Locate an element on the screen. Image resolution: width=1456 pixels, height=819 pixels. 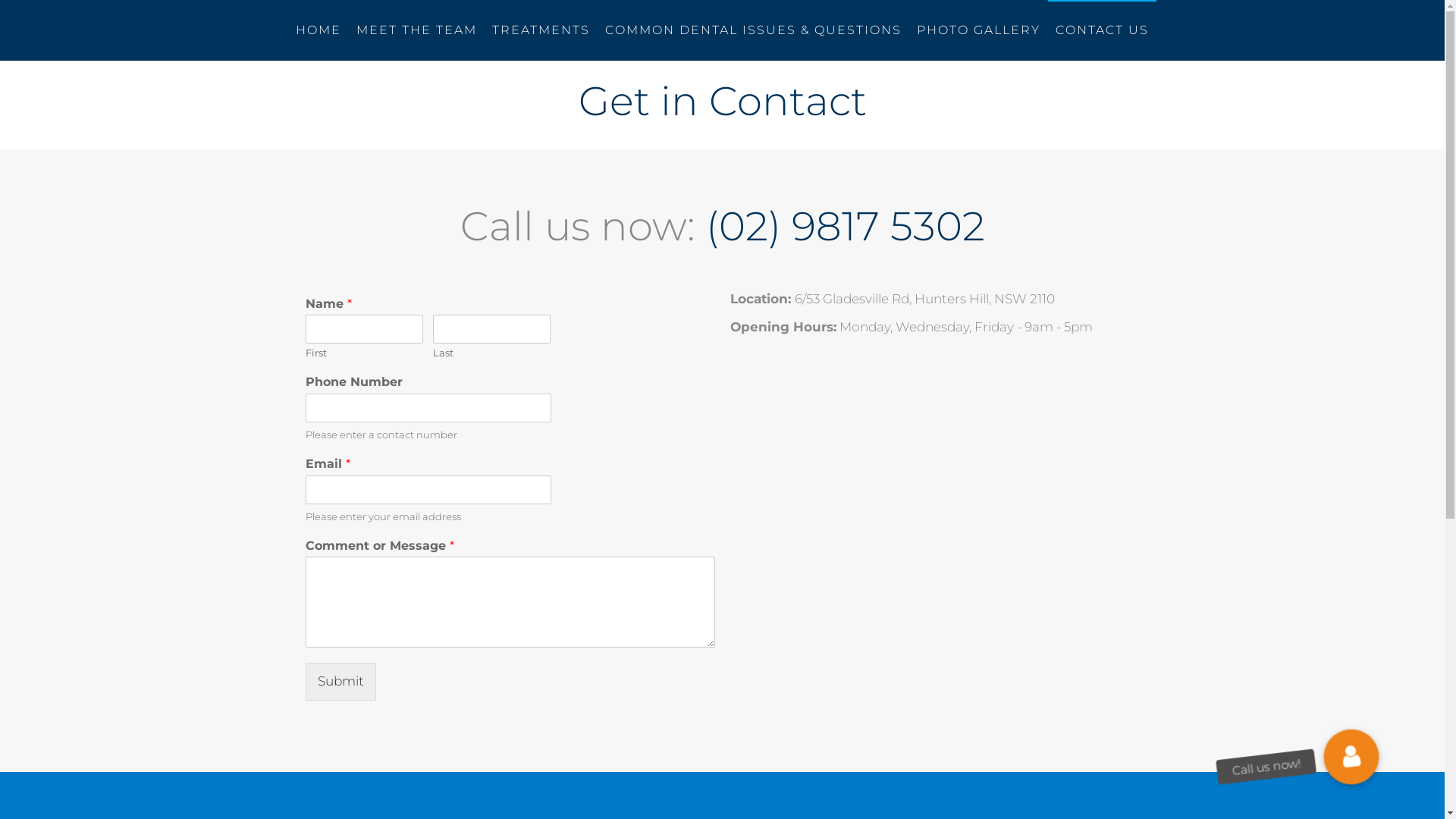
'Call us now!' is located at coordinates (1347, 752).